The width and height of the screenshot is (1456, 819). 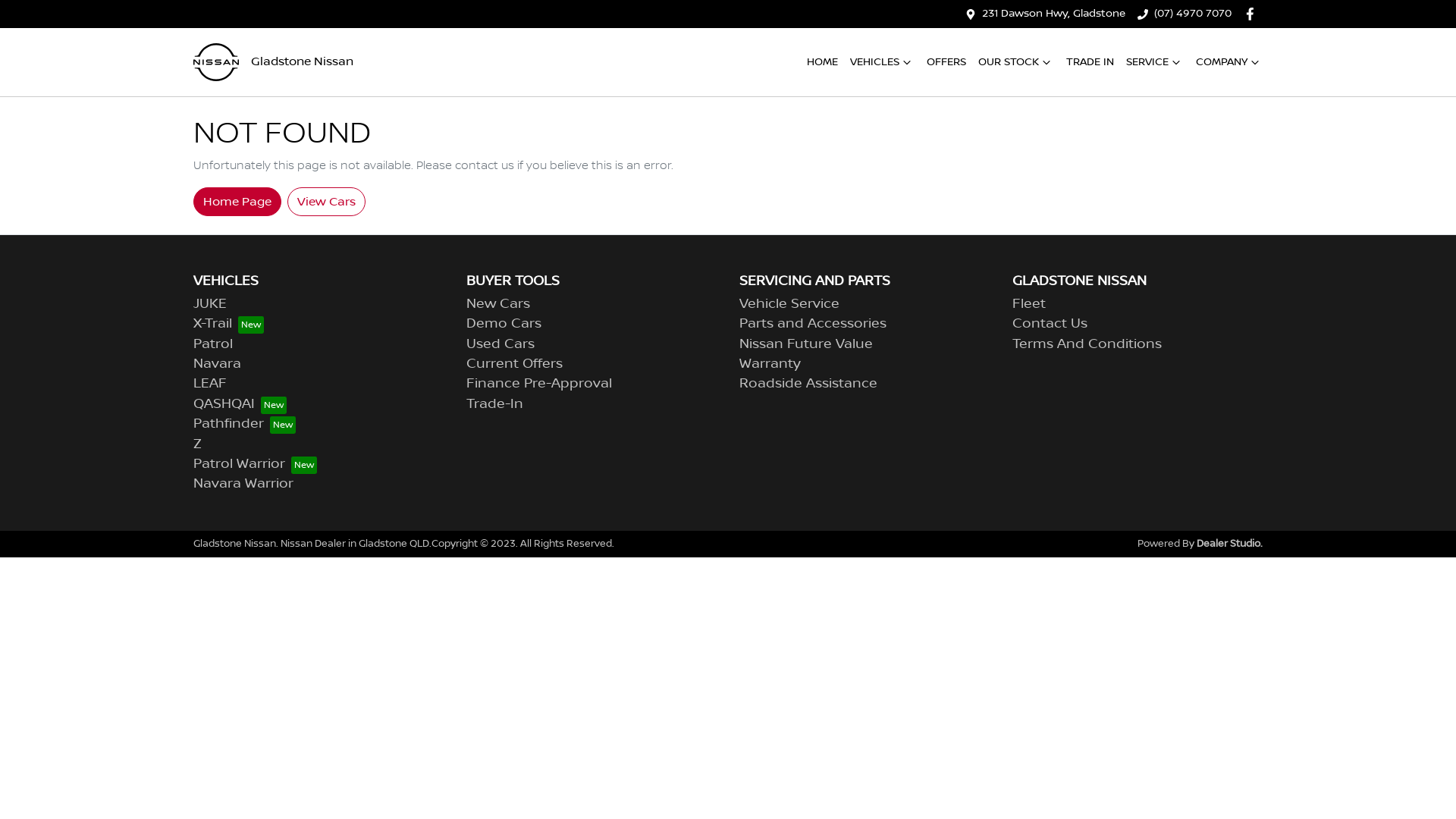 What do you see at coordinates (325, 200) in the screenshot?
I see `'View Cars'` at bounding box center [325, 200].